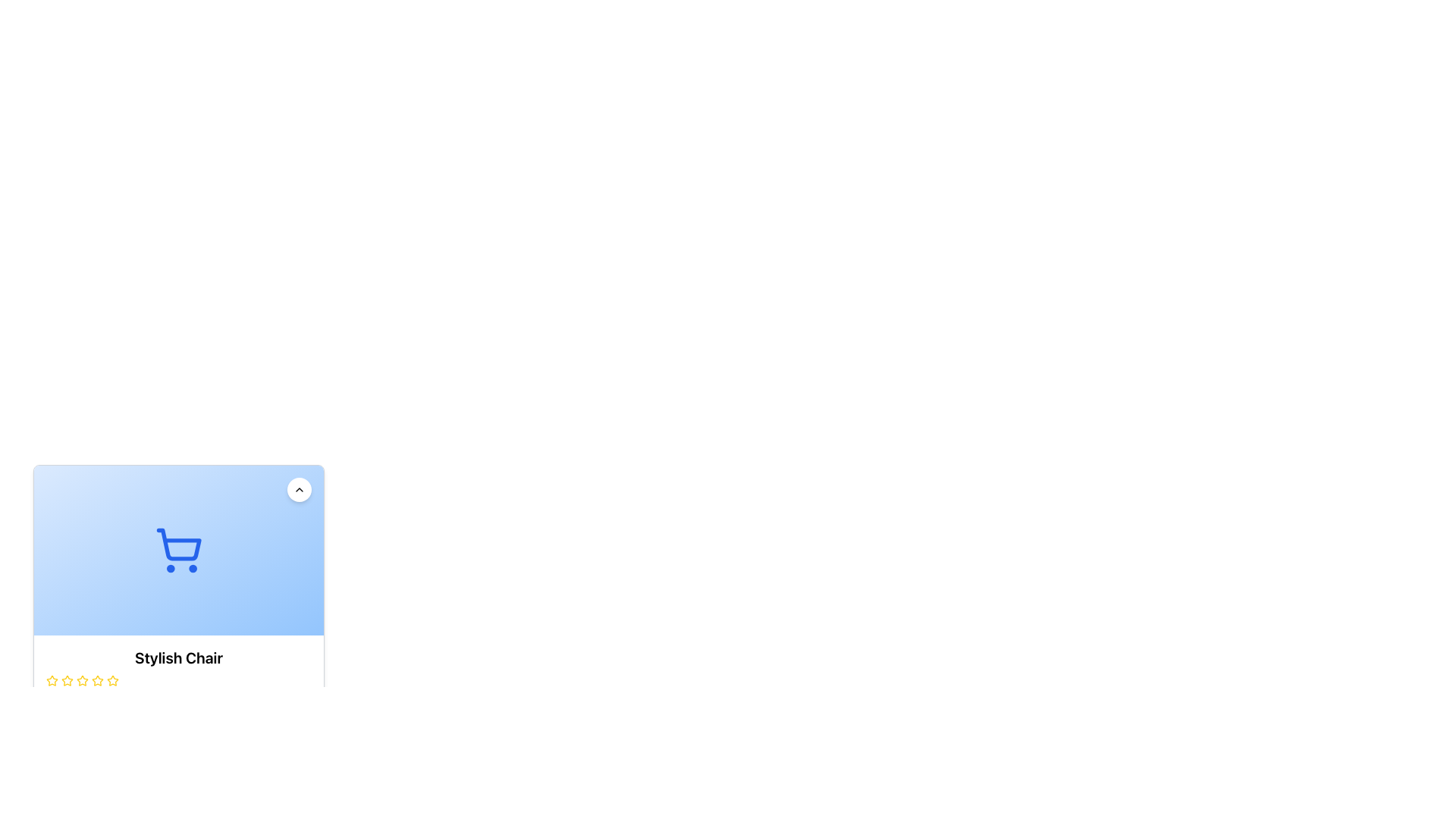  I want to click on the shopping cart icon, which is a blue graphical representation with a thin outline located centrally within a light blue gradient background, so click(178, 550).